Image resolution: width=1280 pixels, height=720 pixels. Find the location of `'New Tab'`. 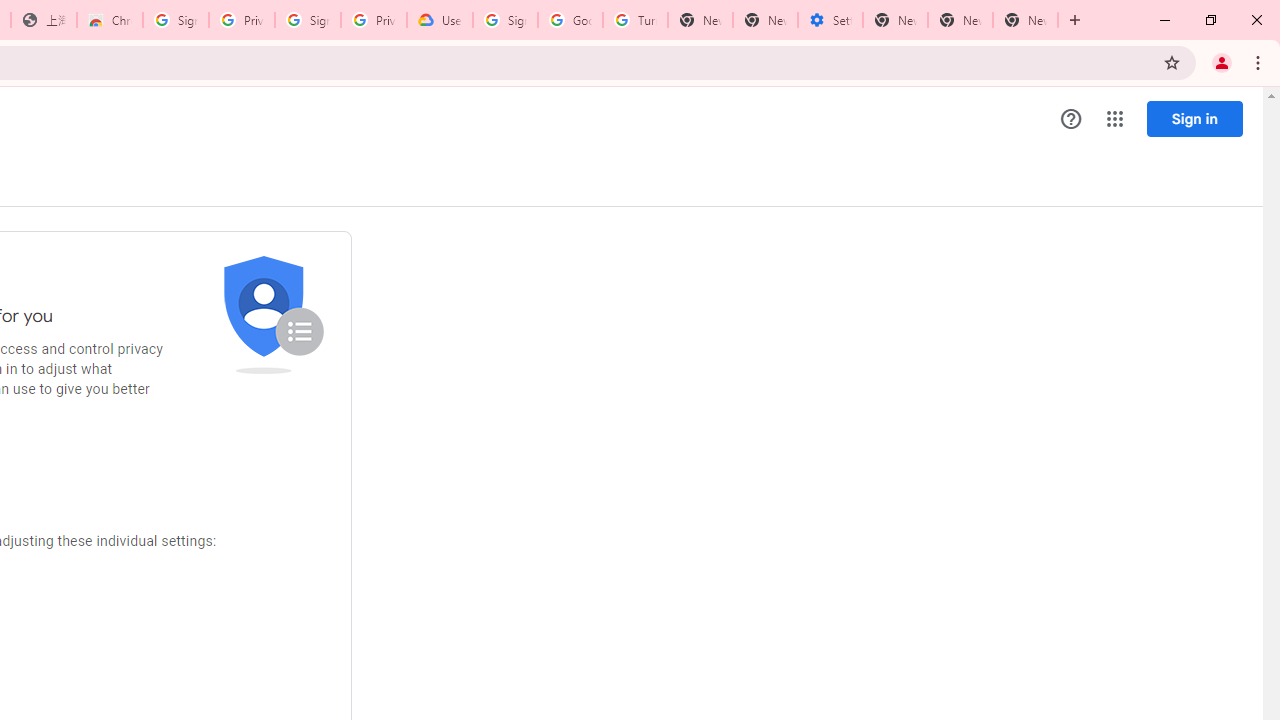

'New Tab' is located at coordinates (1025, 20).